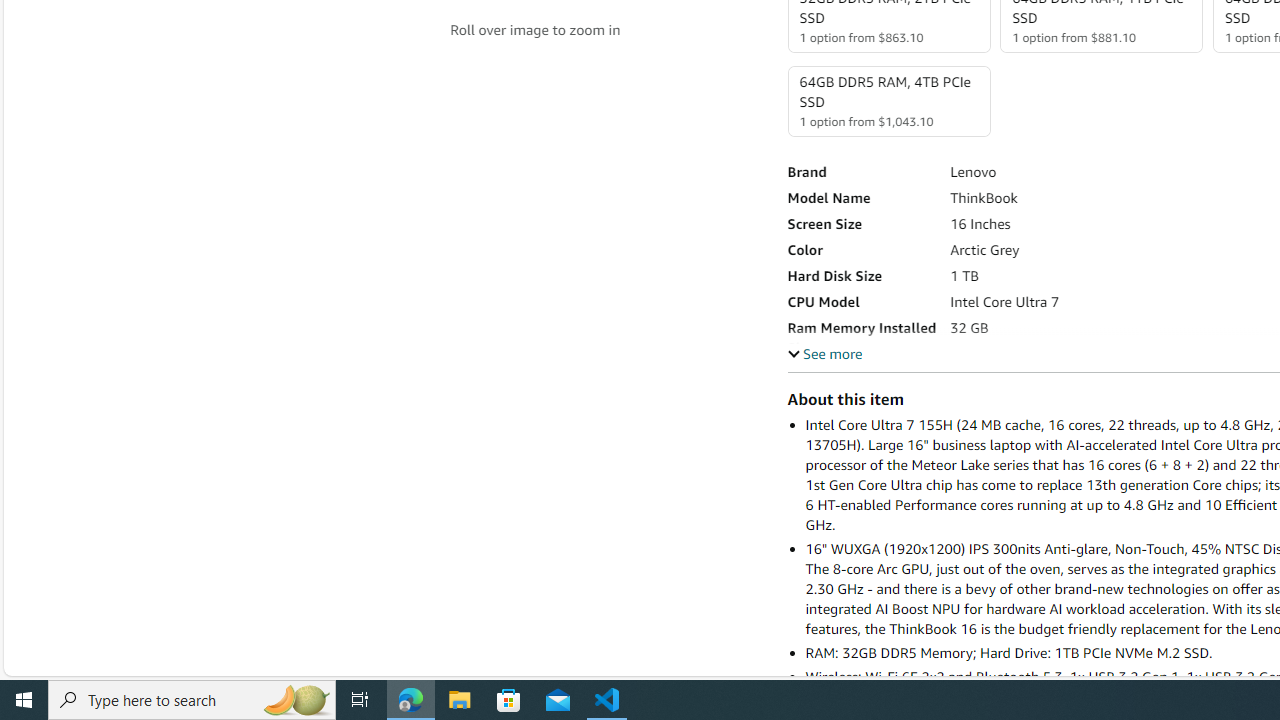 The width and height of the screenshot is (1280, 720). Describe the element at coordinates (887, 101) in the screenshot. I see `'64GB DDR5 RAM, 4TB PCIe SSD 1 option from $1,043.10'` at that location.